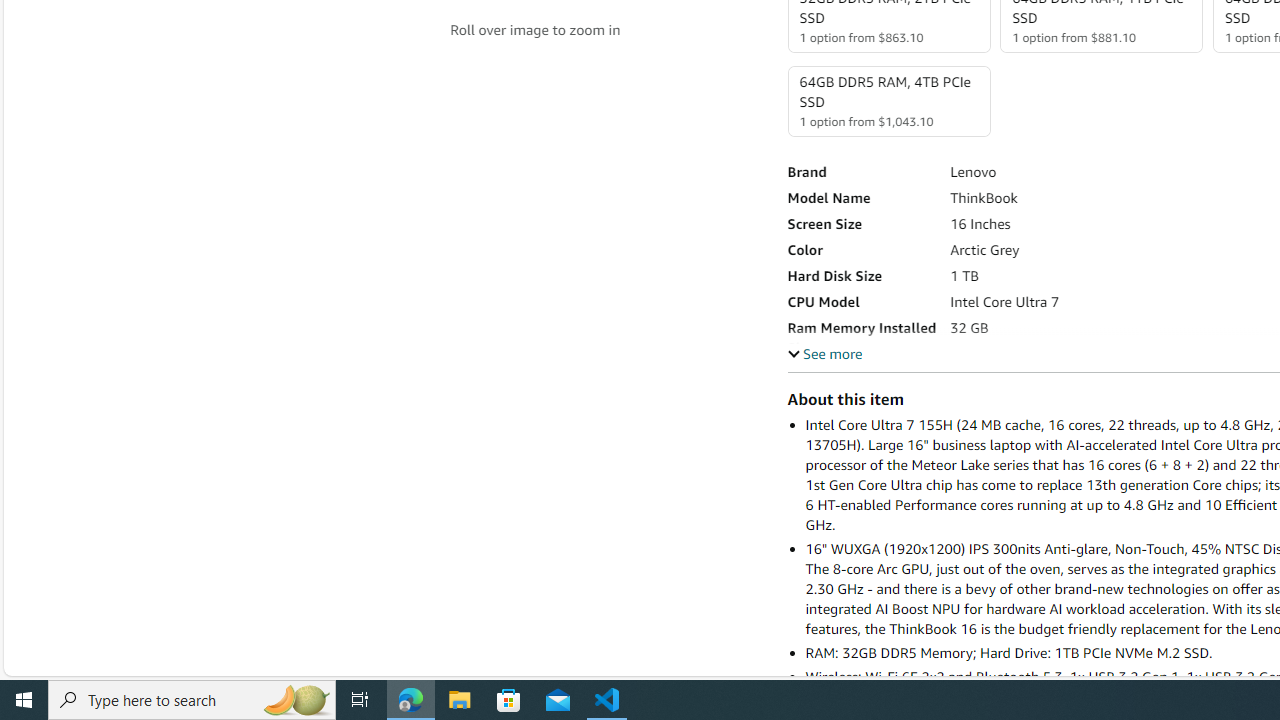 The width and height of the screenshot is (1280, 720). Describe the element at coordinates (887, 101) in the screenshot. I see `'64GB DDR5 RAM, 4TB PCIe SSD 1 option from $1,043.10'` at that location.